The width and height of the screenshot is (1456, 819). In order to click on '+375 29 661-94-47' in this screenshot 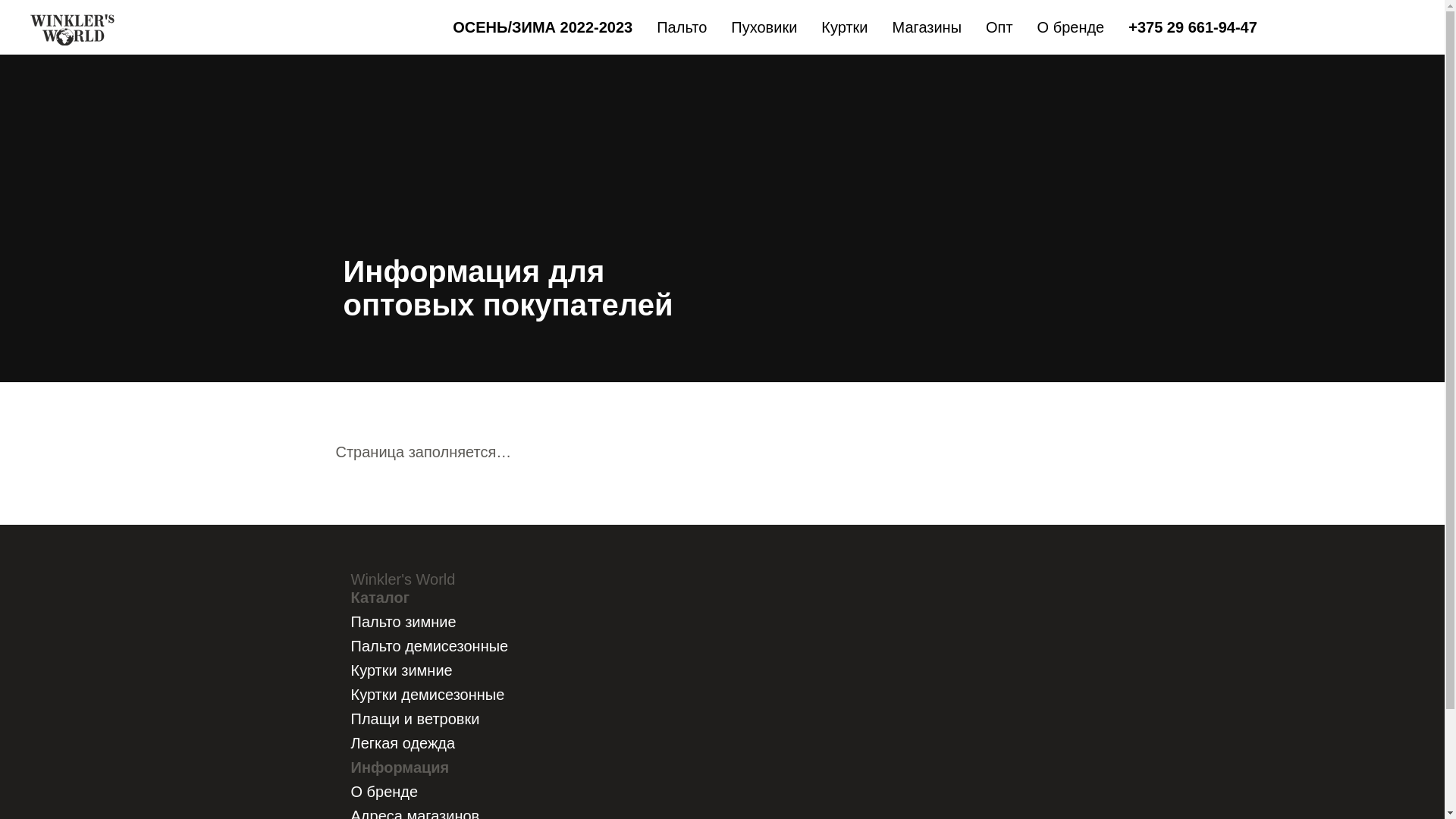, I will do `click(1192, 27)`.